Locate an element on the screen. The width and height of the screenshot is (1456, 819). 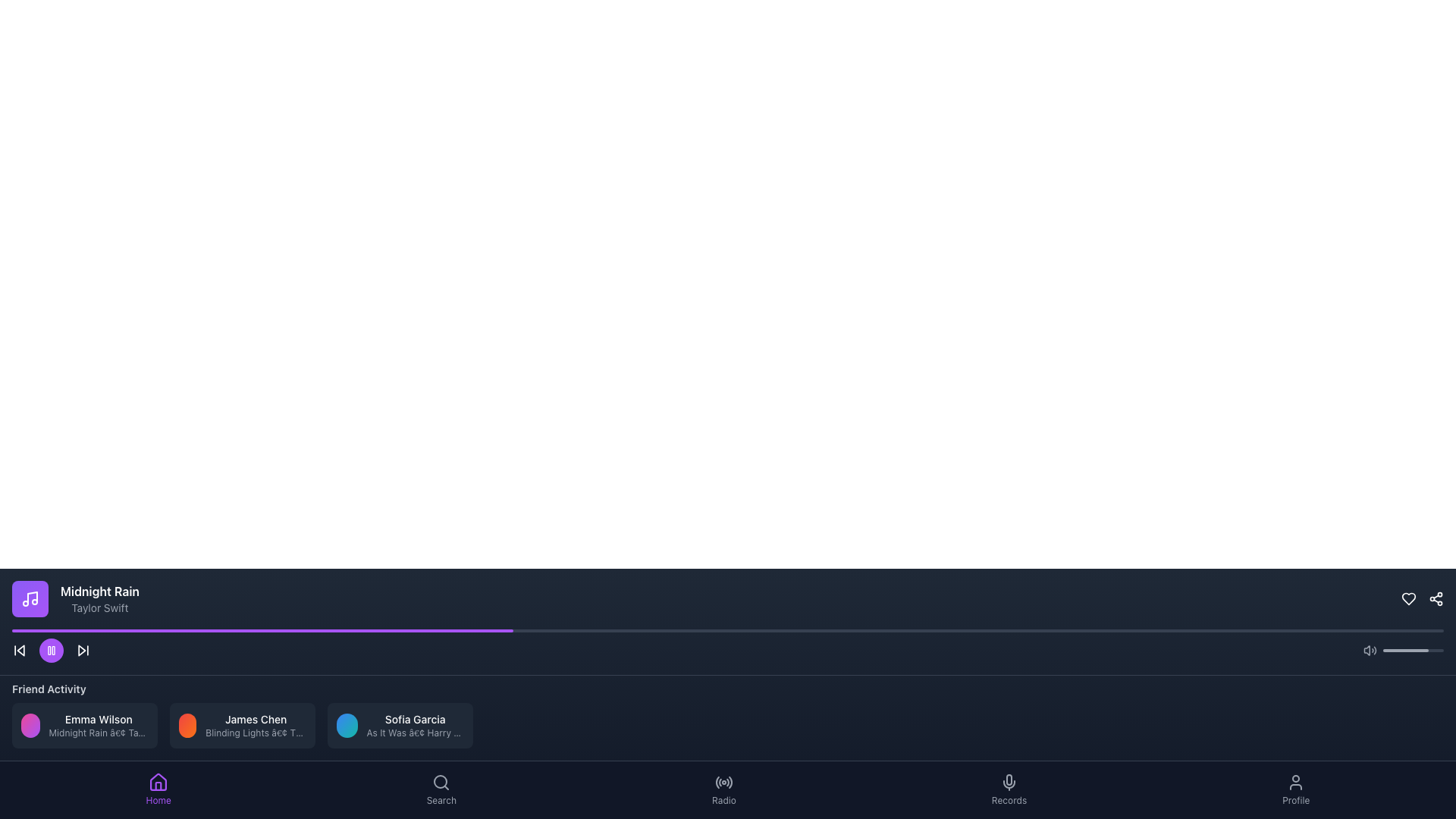
the circular avatar for user 'James Chen' in the 'Friend Activity' section, which serves as a visual identifier or profile picture is located at coordinates (187, 724).